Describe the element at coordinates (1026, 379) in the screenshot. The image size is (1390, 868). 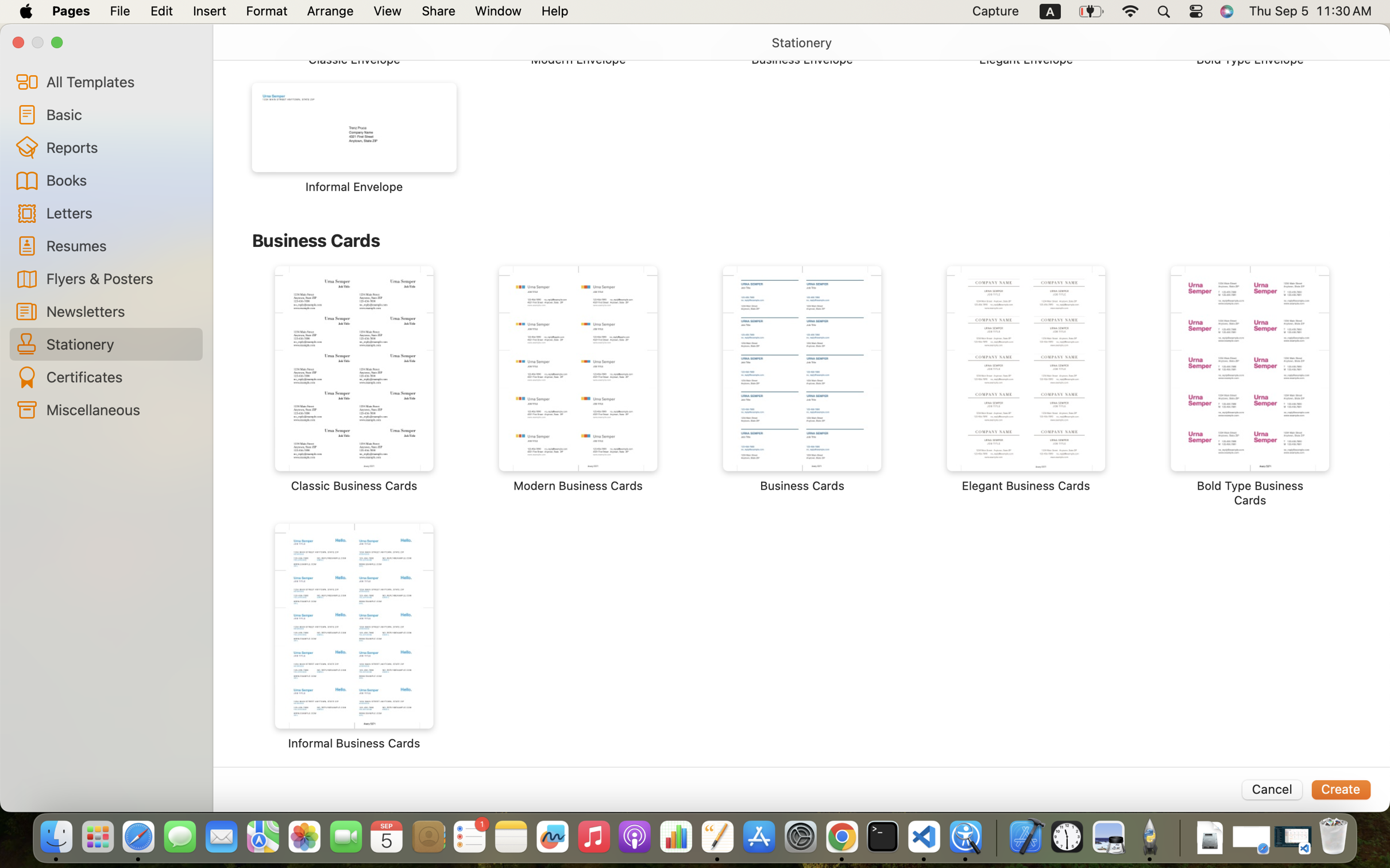
I see `'‎⁨Elegant Business Cards⁩'` at that location.